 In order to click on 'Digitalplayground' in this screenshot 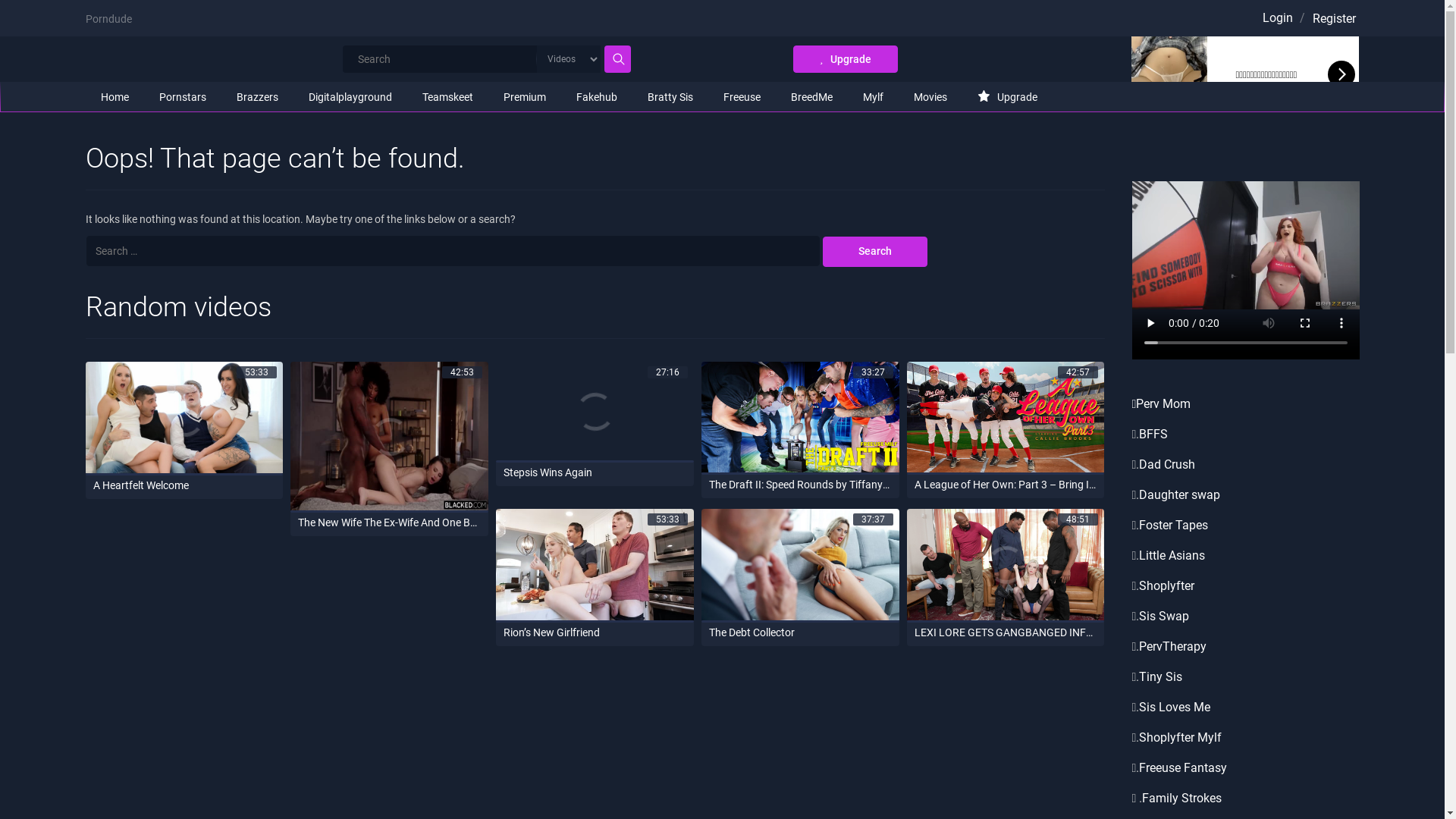, I will do `click(292, 96)`.